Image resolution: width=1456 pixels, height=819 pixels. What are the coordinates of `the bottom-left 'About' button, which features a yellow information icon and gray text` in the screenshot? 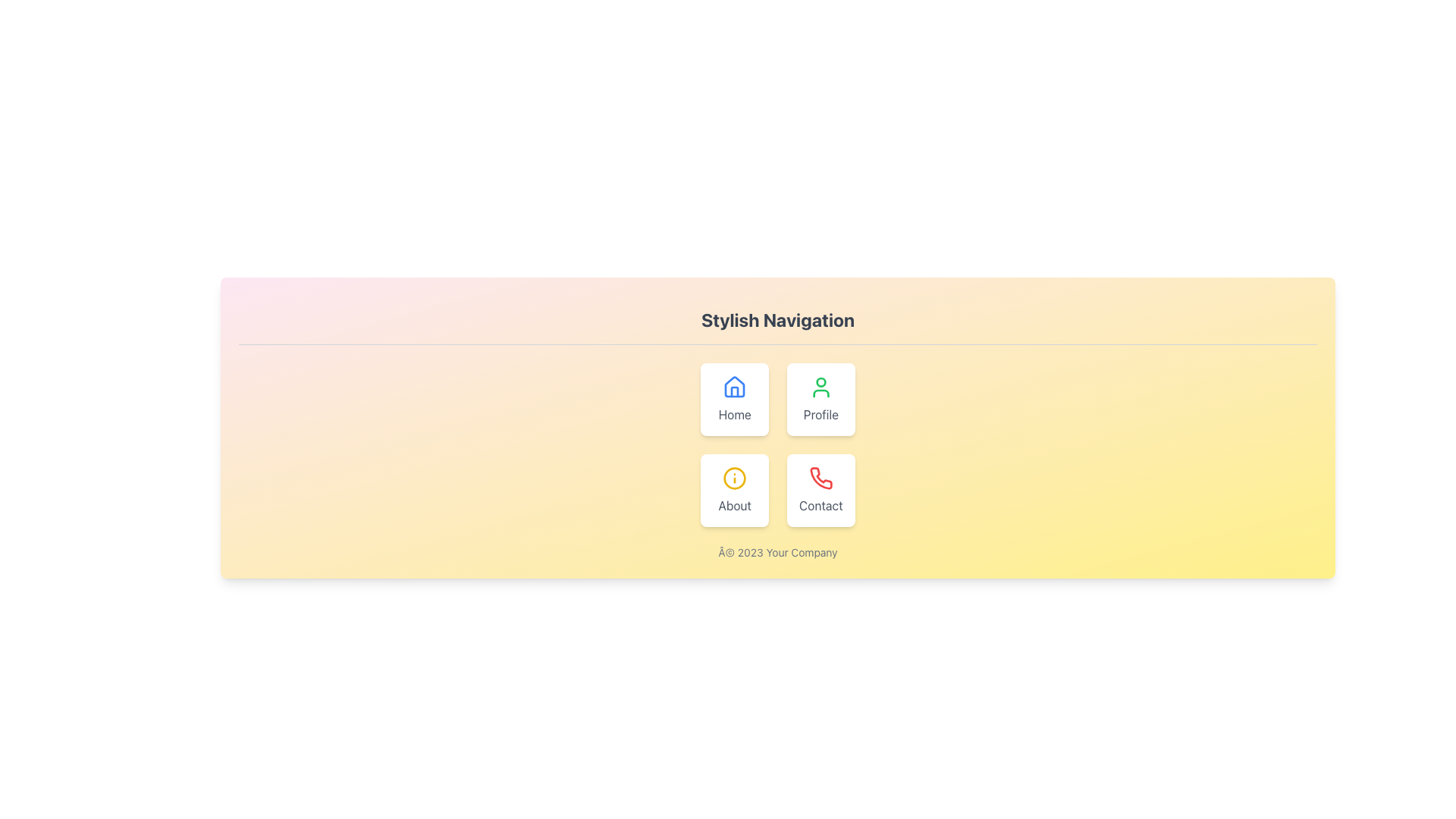 It's located at (735, 491).